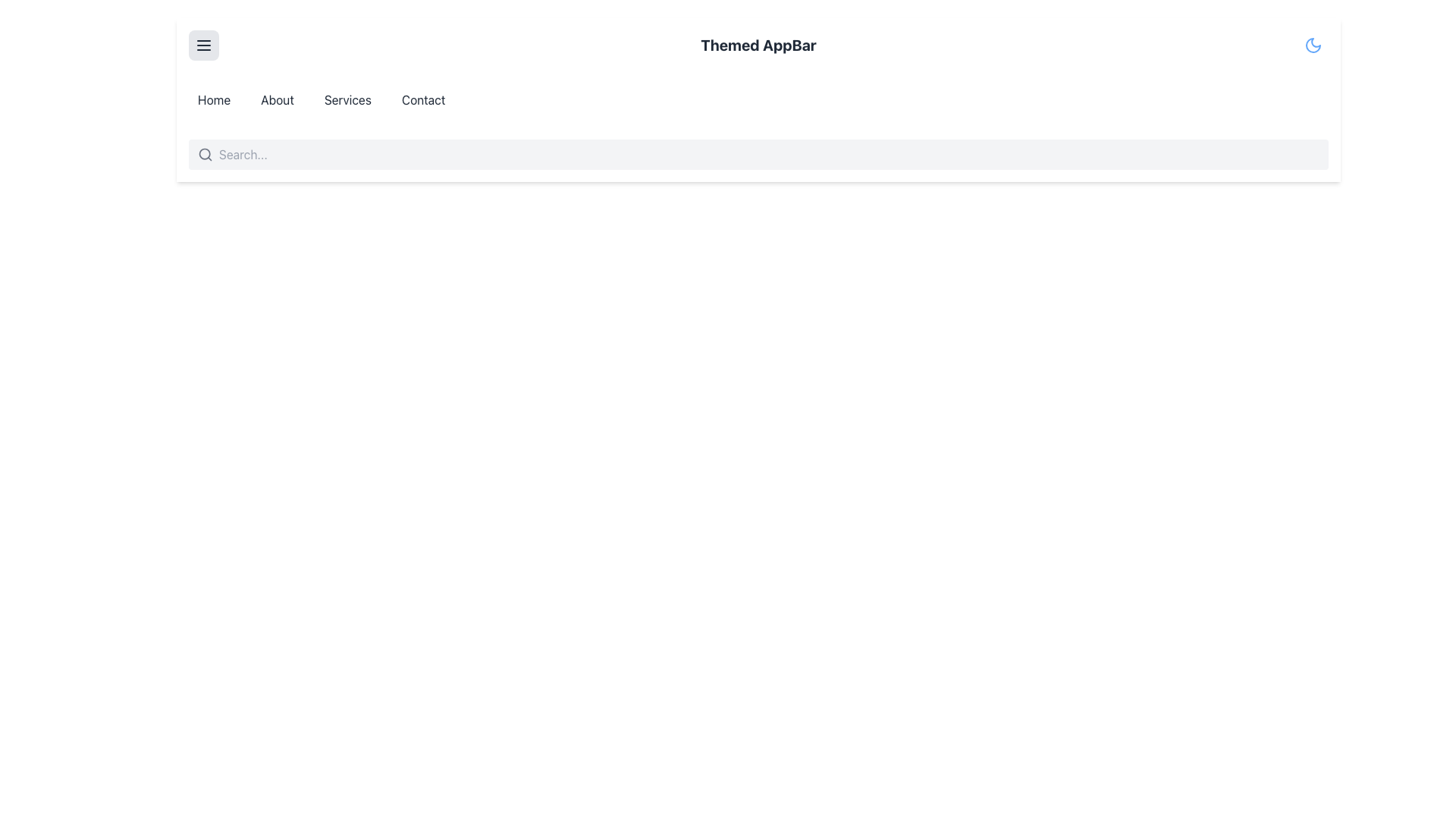  What do you see at coordinates (347, 99) in the screenshot?
I see `the third button in the navigation menu` at bounding box center [347, 99].